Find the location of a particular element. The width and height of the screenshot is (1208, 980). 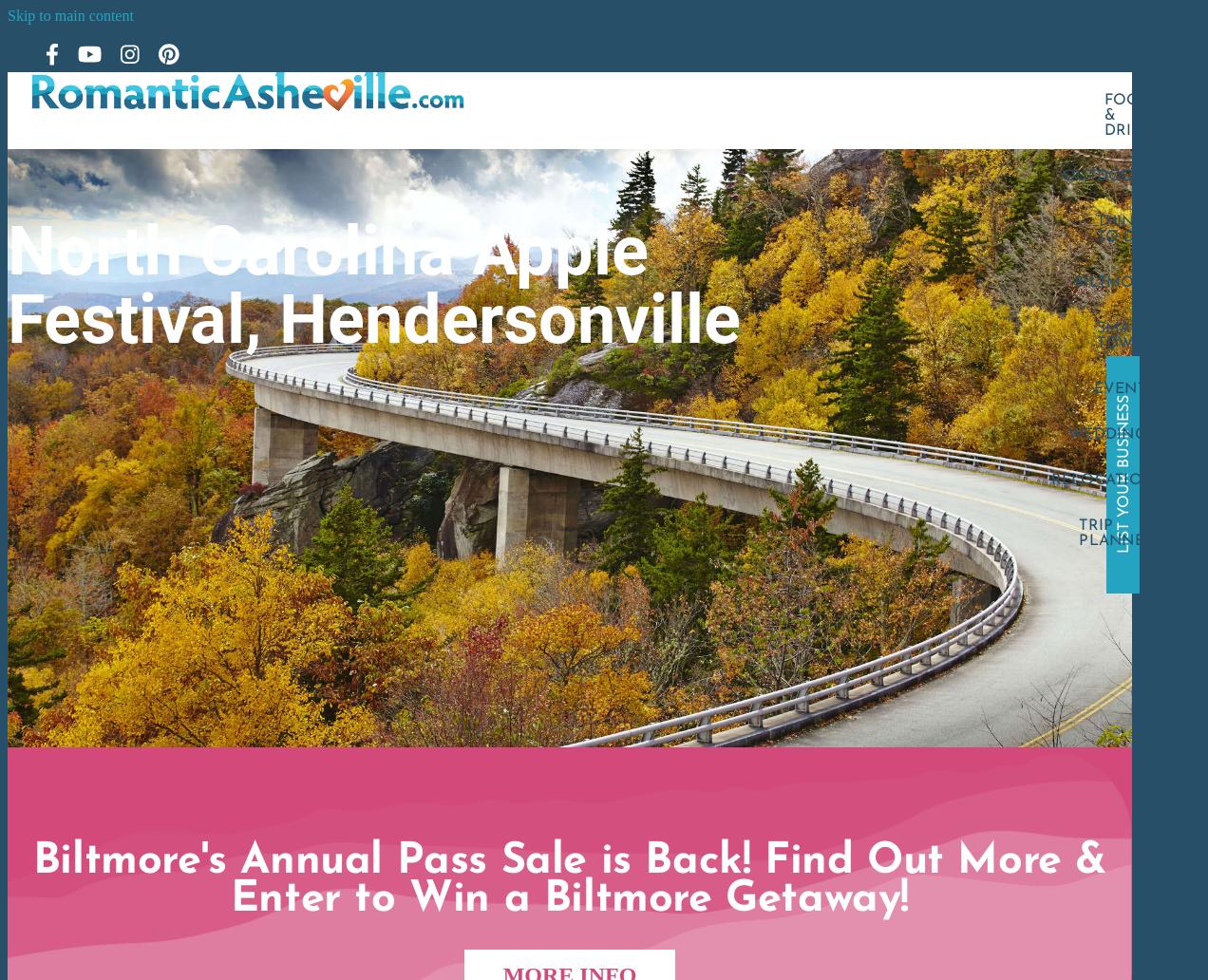

'List Your Business' is located at coordinates (1115, 473).